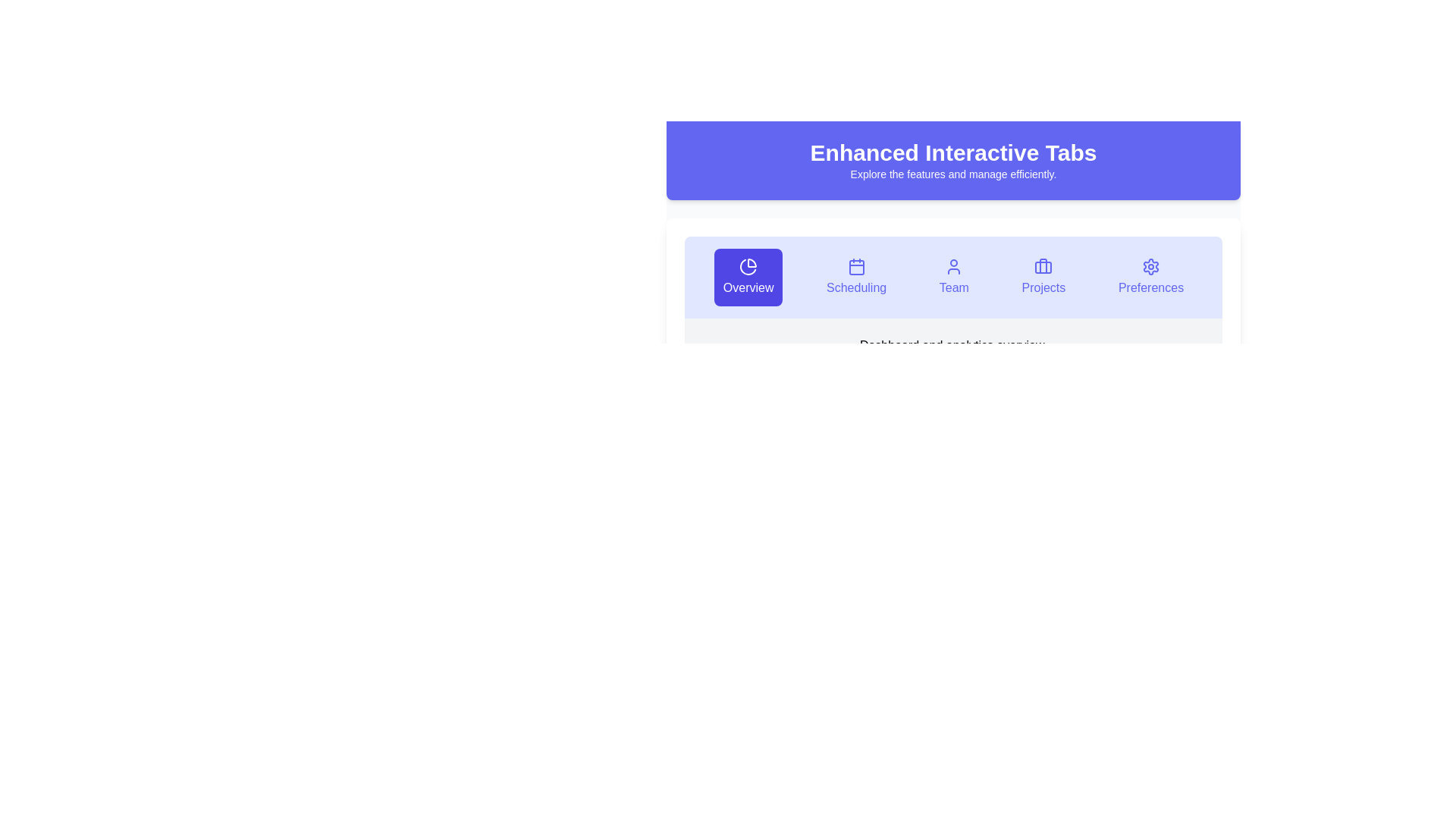 The height and width of the screenshot is (819, 1456). Describe the element at coordinates (953, 278) in the screenshot. I see `the interactive button labeled 'Team' in the top-center navigation bar to change its color for visual feedback` at that location.